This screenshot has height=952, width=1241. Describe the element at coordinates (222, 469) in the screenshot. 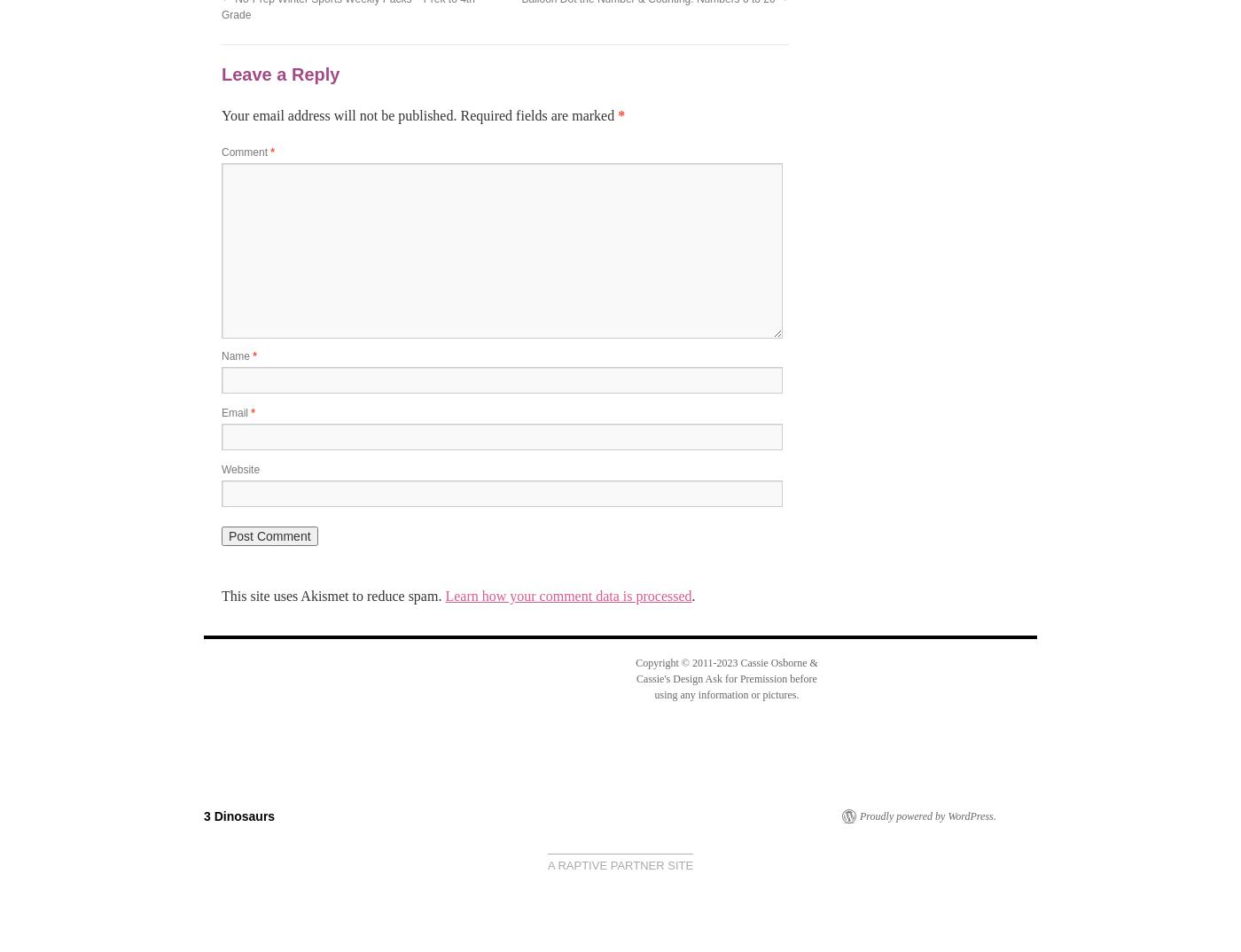

I see `'Website'` at that location.